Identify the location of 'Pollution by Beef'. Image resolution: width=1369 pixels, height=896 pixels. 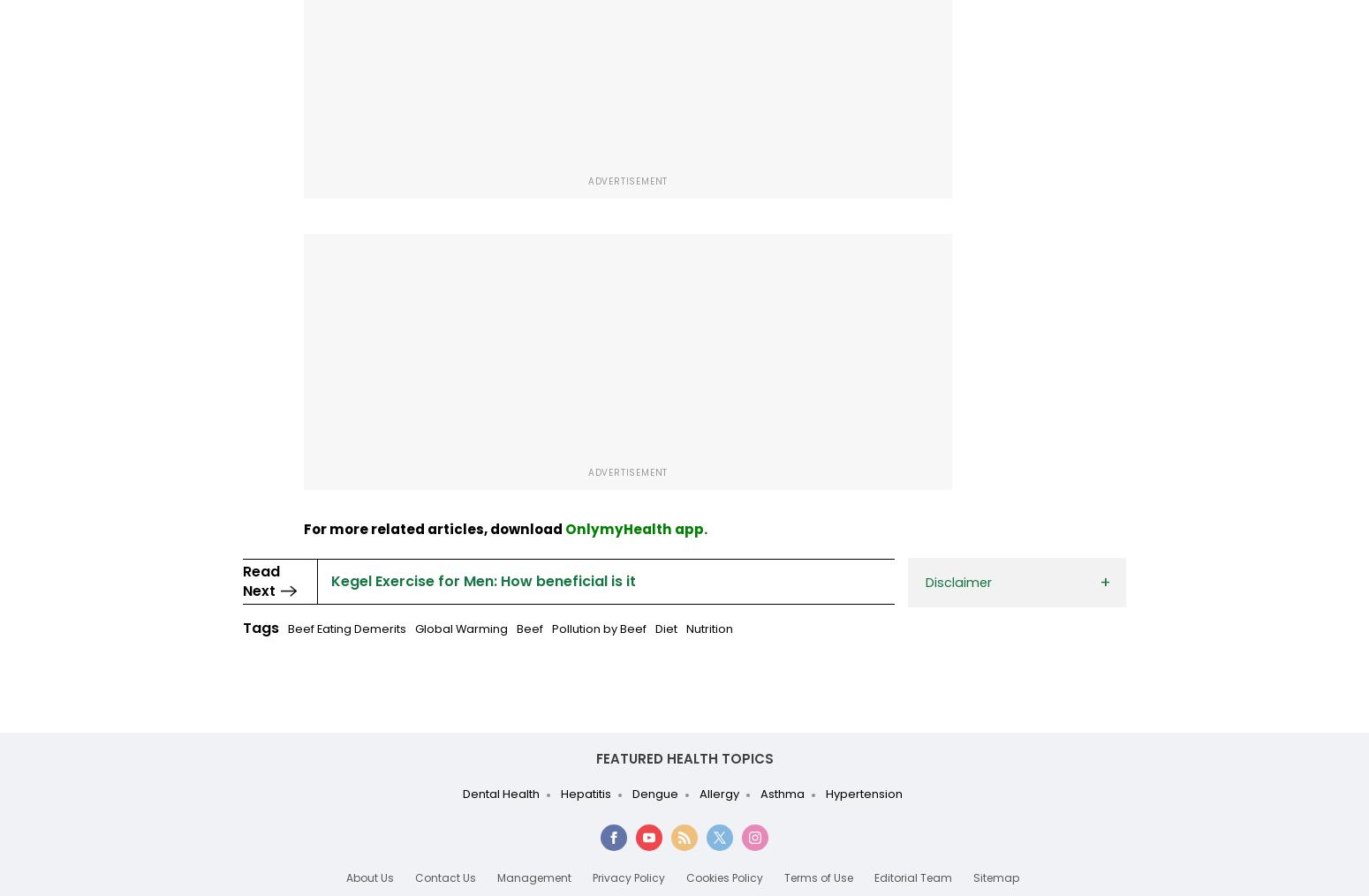
(598, 629).